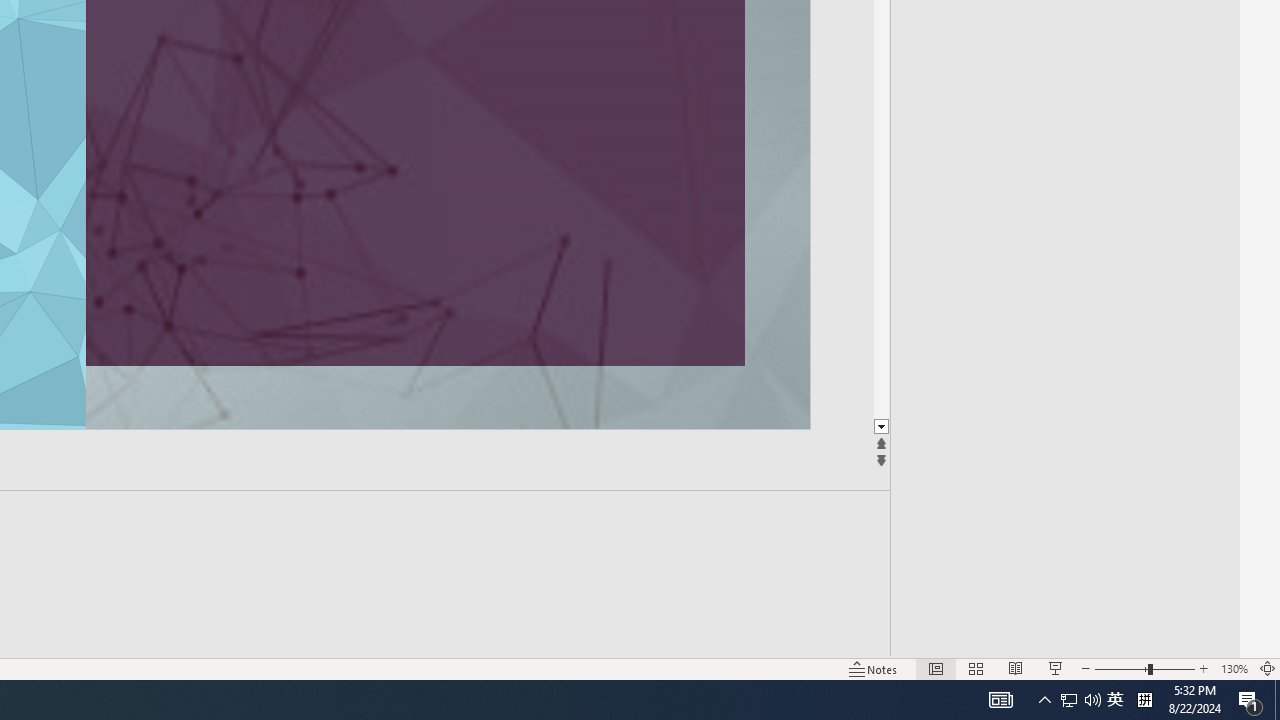 The height and width of the screenshot is (720, 1280). Describe the element at coordinates (1233, 669) in the screenshot. I see `'Zoom 130%'` at that location.